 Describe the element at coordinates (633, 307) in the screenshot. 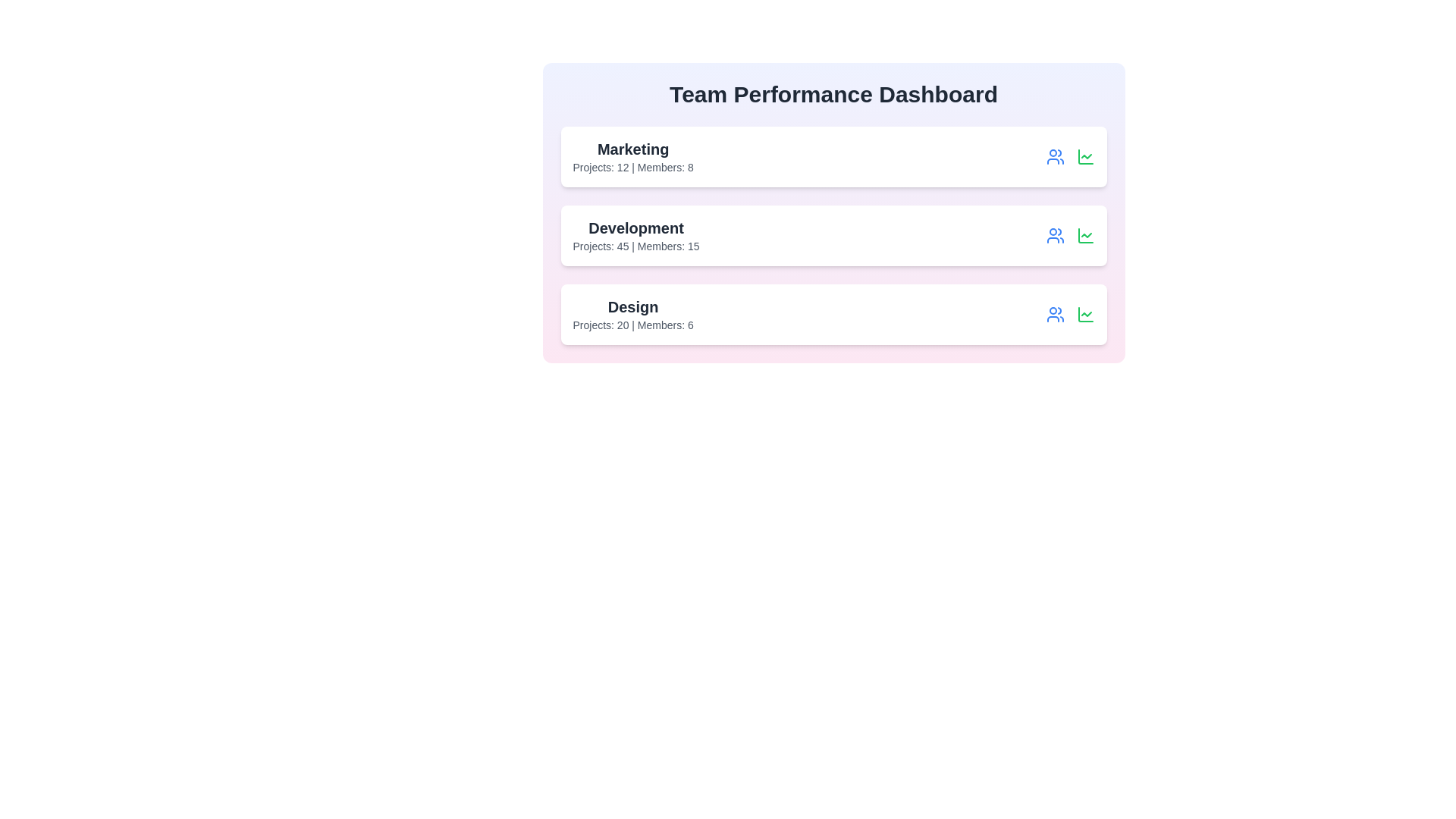

I see `the name of the team Design to view its details` at that location.